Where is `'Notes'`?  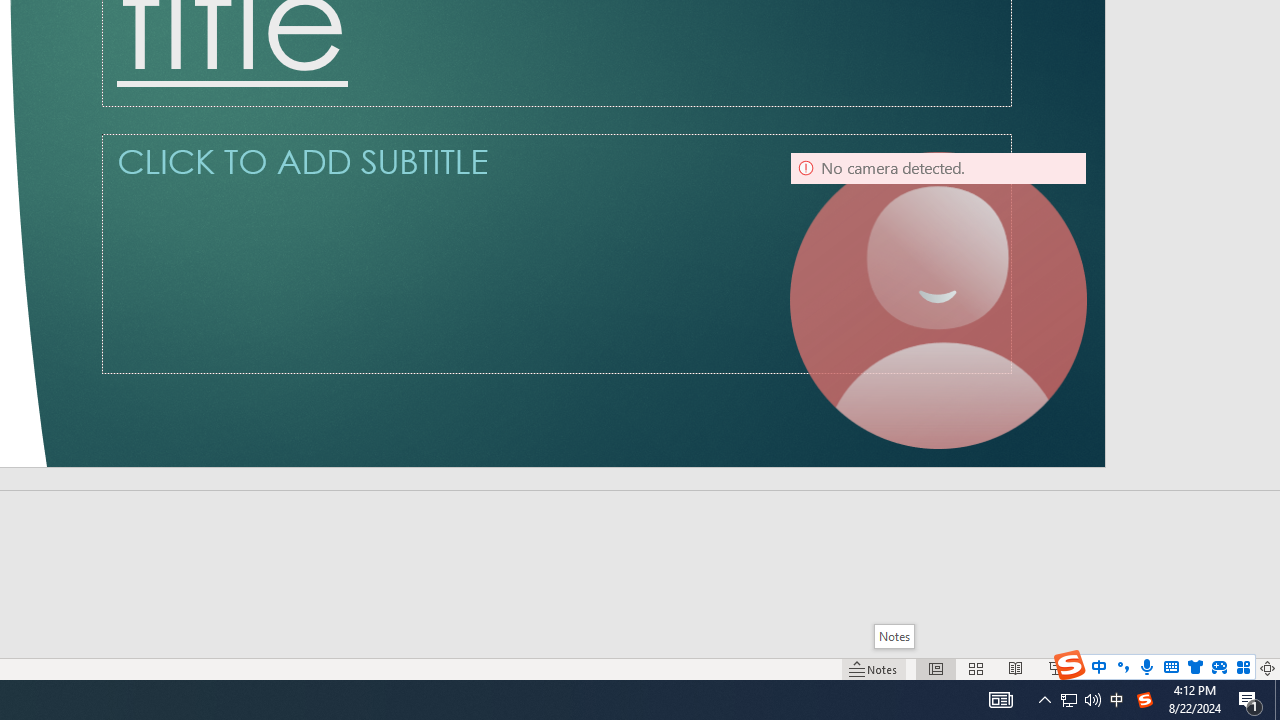
'Notes' is located at coordinates (893, 636).